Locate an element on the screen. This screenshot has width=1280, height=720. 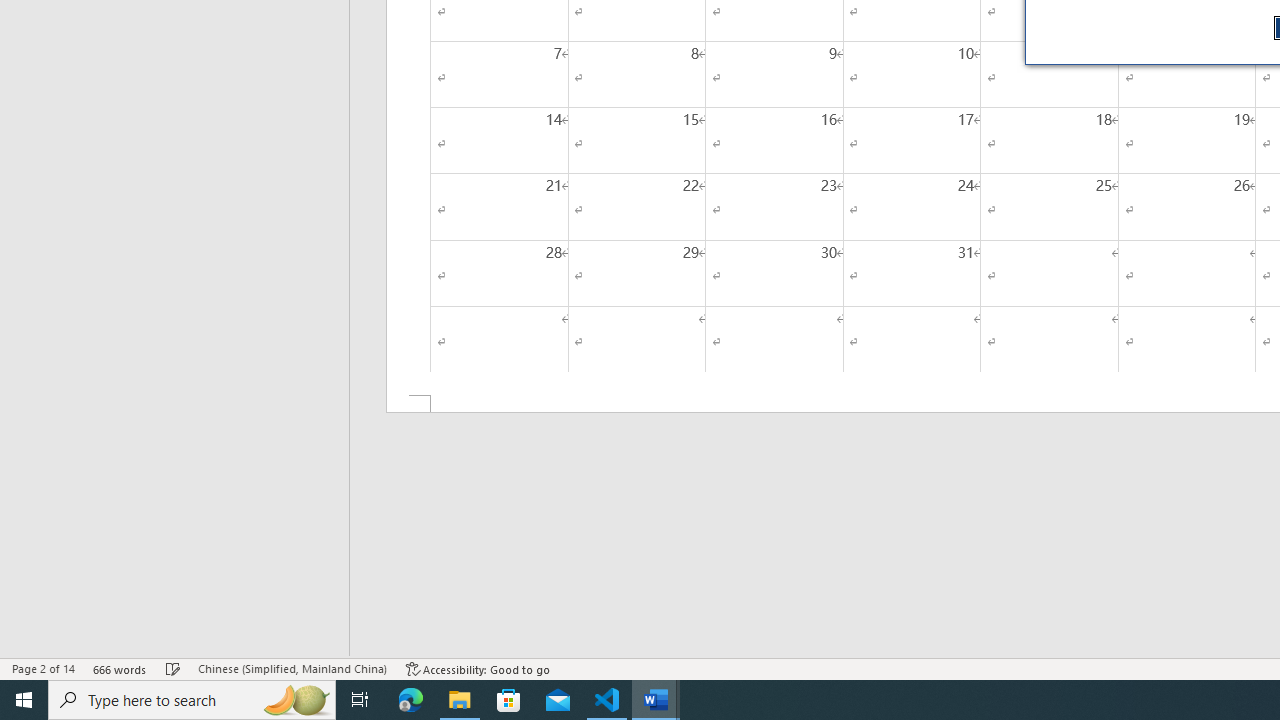
'File Explorer - 1 running window' is located at coordinates (459, 698).